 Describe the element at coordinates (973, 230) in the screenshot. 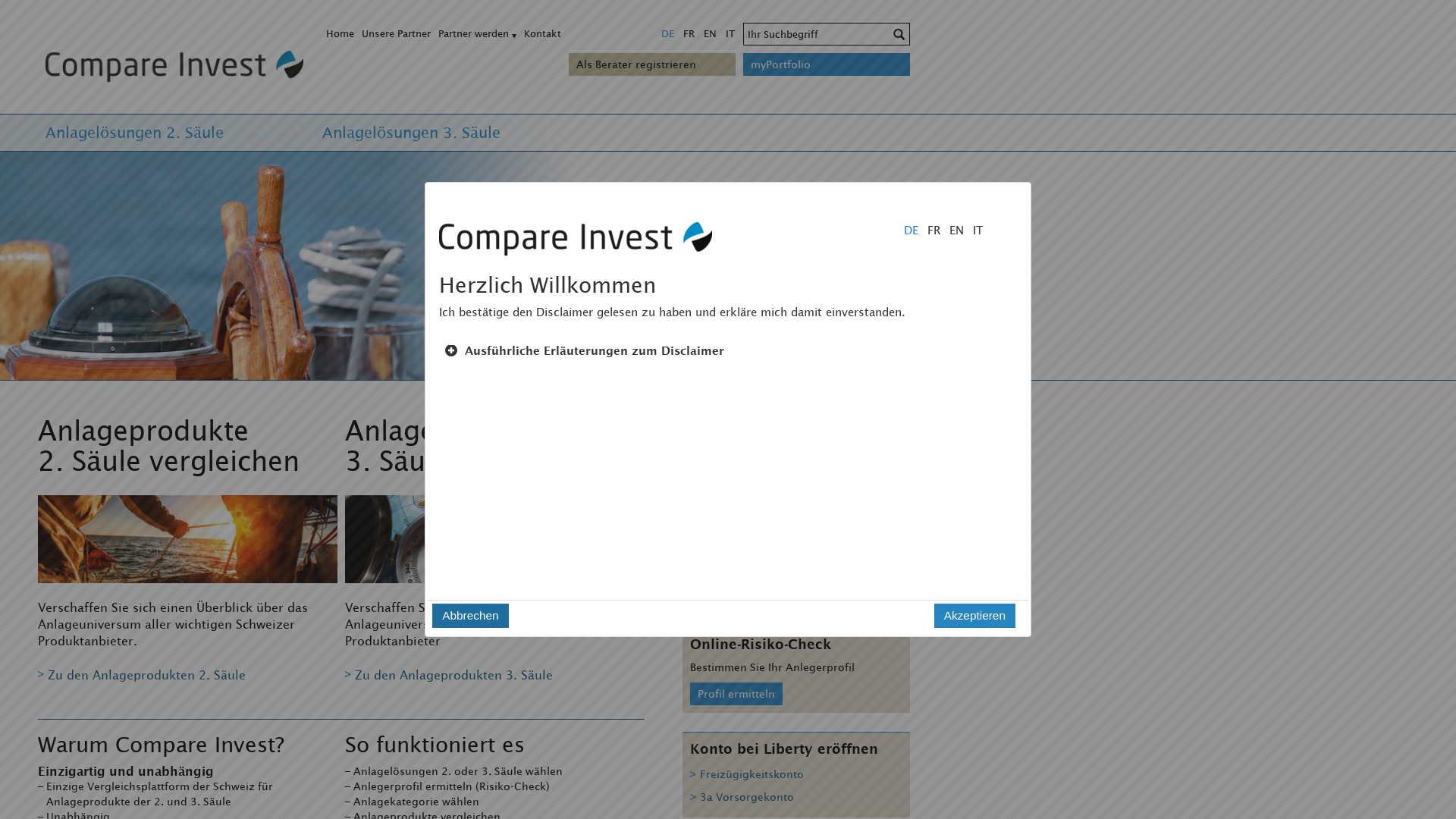

I see `'IT'` at that location.